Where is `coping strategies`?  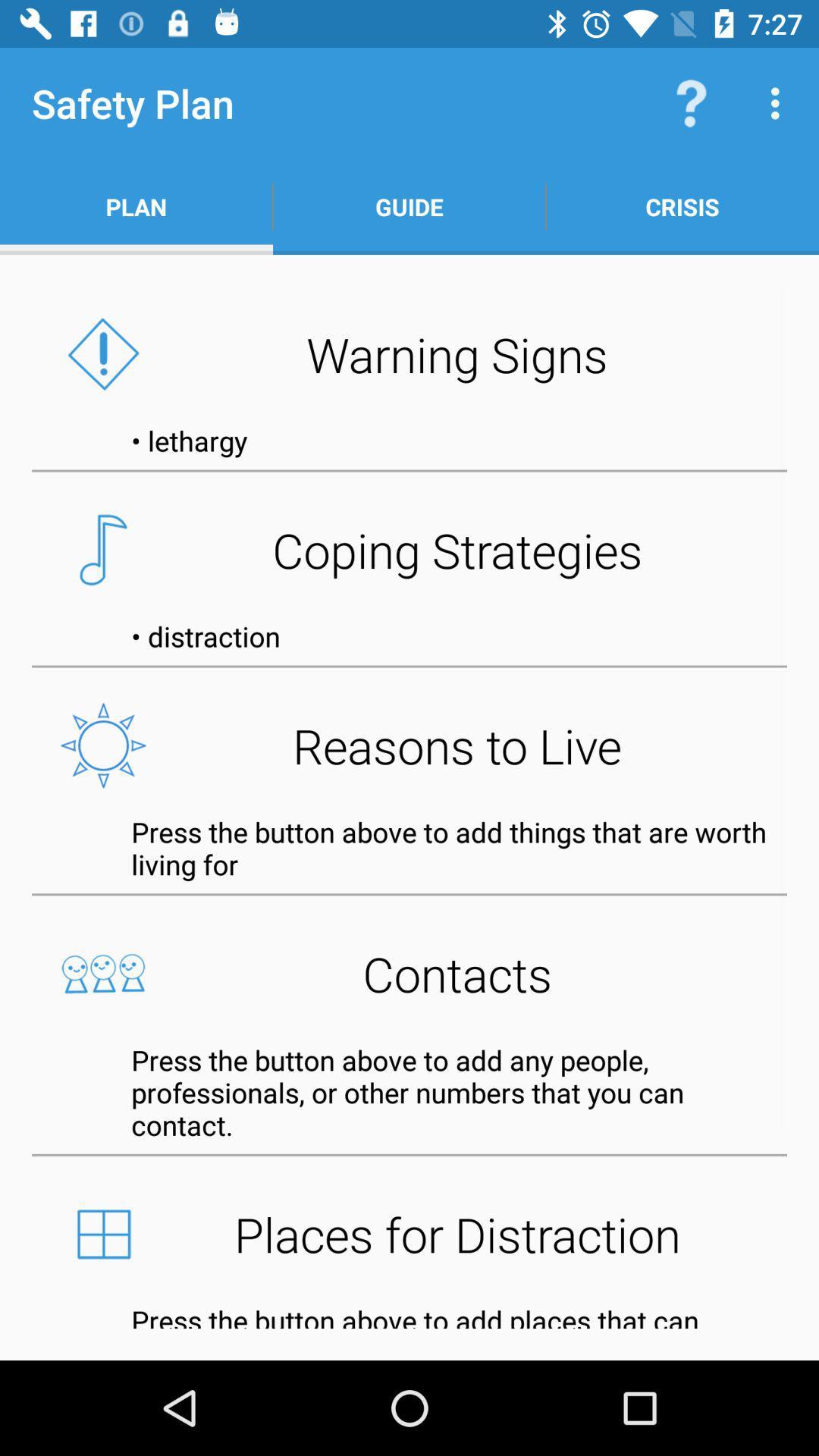 coping strategies is located at coordinates (409, 549).